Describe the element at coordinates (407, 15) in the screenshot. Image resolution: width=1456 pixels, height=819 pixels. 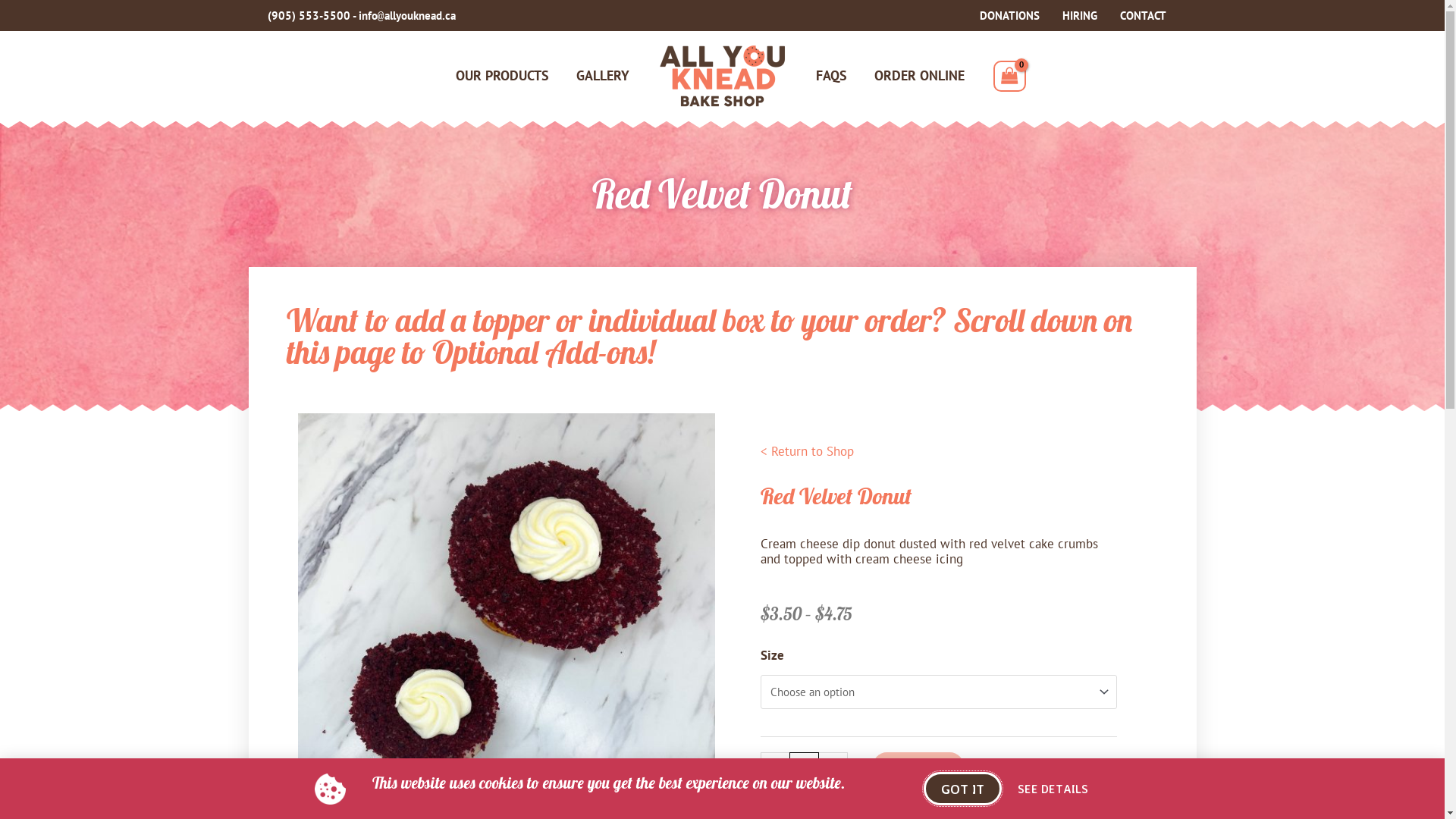
I see `'info@allyouknead.ca '` at that location.